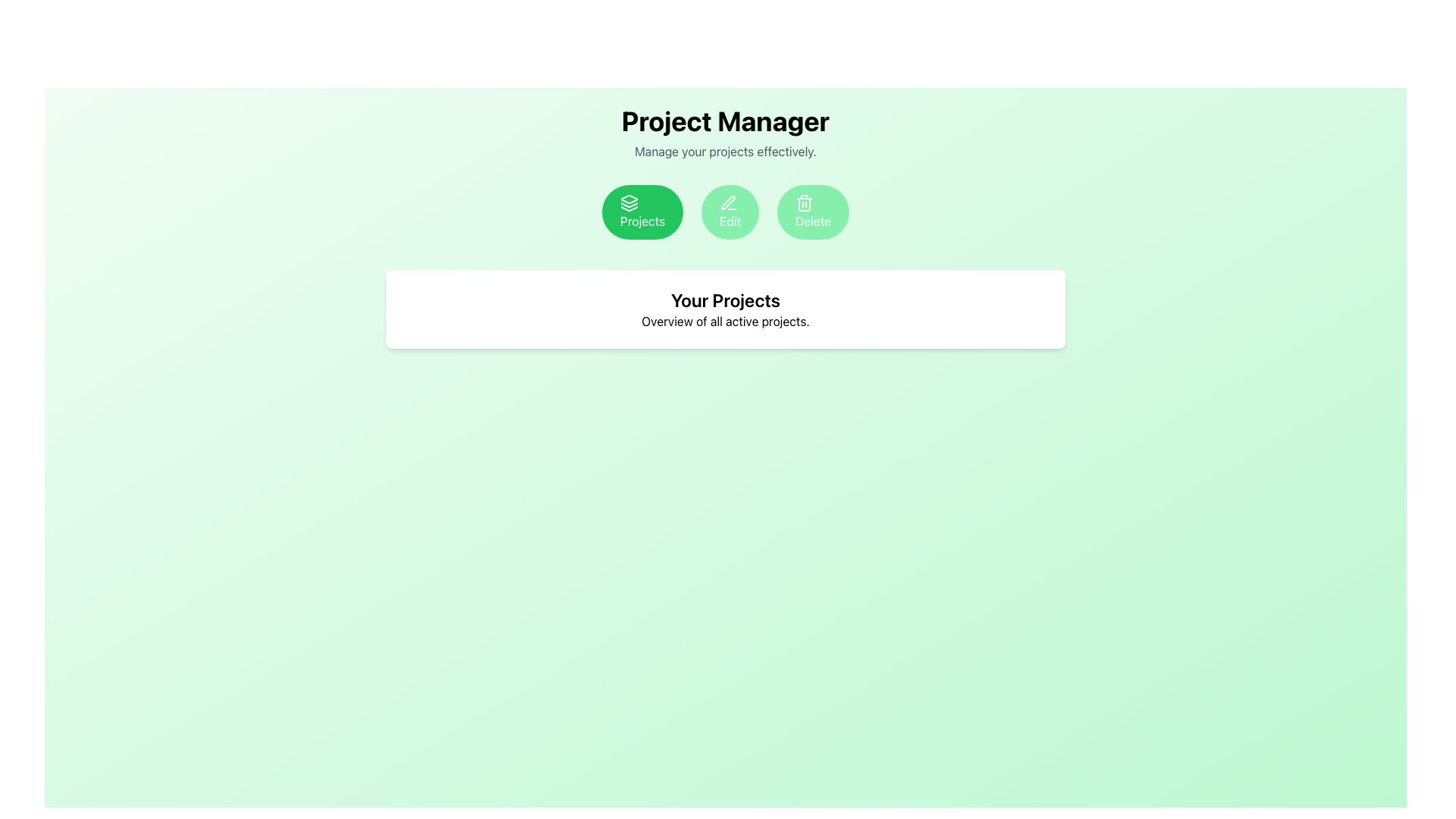 The image size is (1456, 819). Describe the element at coordinates (629, 202) in the screenshot. I see `the leftmost button with a green background` at that location.